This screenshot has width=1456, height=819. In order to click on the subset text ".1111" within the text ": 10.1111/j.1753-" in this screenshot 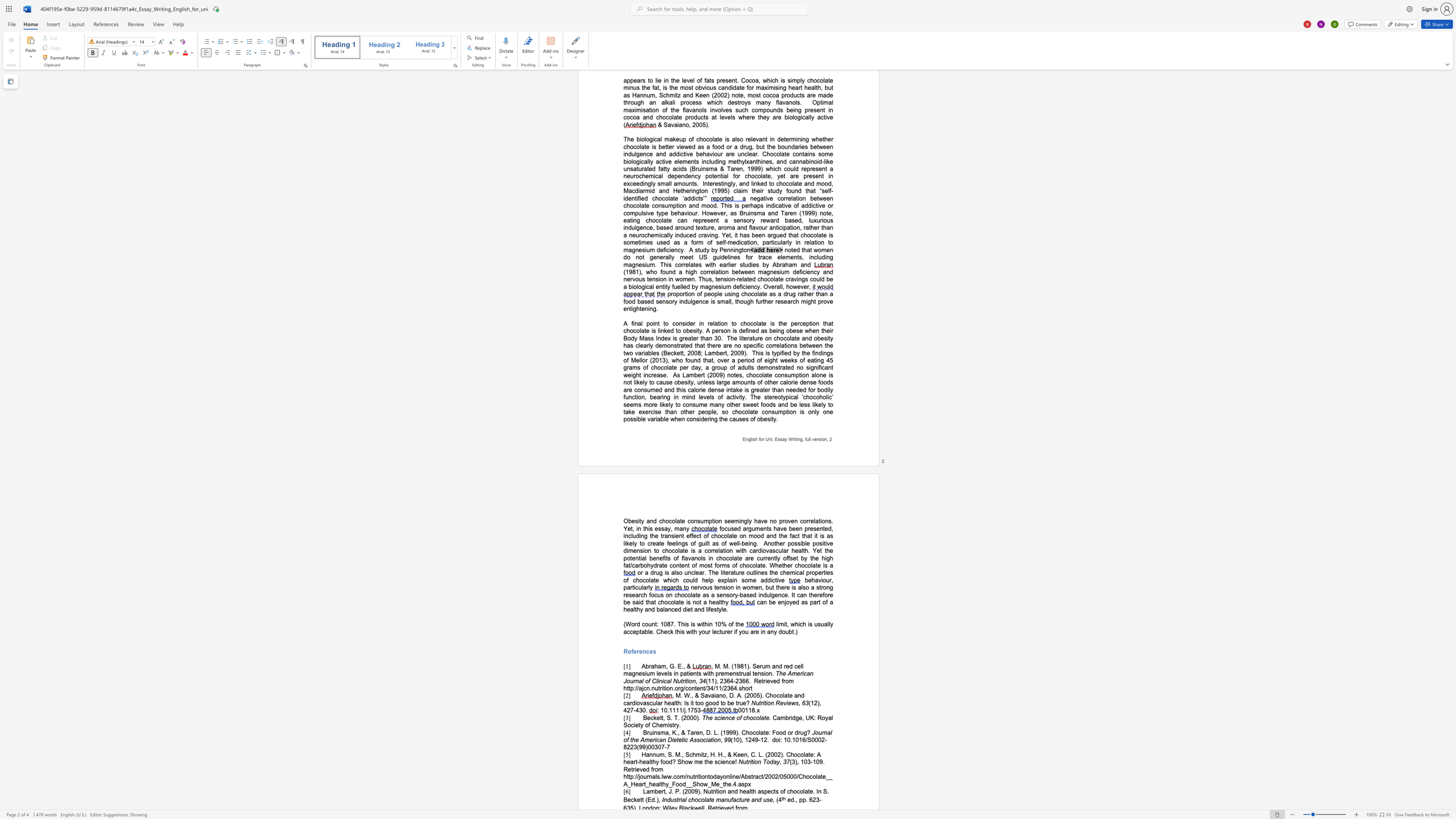, I will do `click(667, 710)`.